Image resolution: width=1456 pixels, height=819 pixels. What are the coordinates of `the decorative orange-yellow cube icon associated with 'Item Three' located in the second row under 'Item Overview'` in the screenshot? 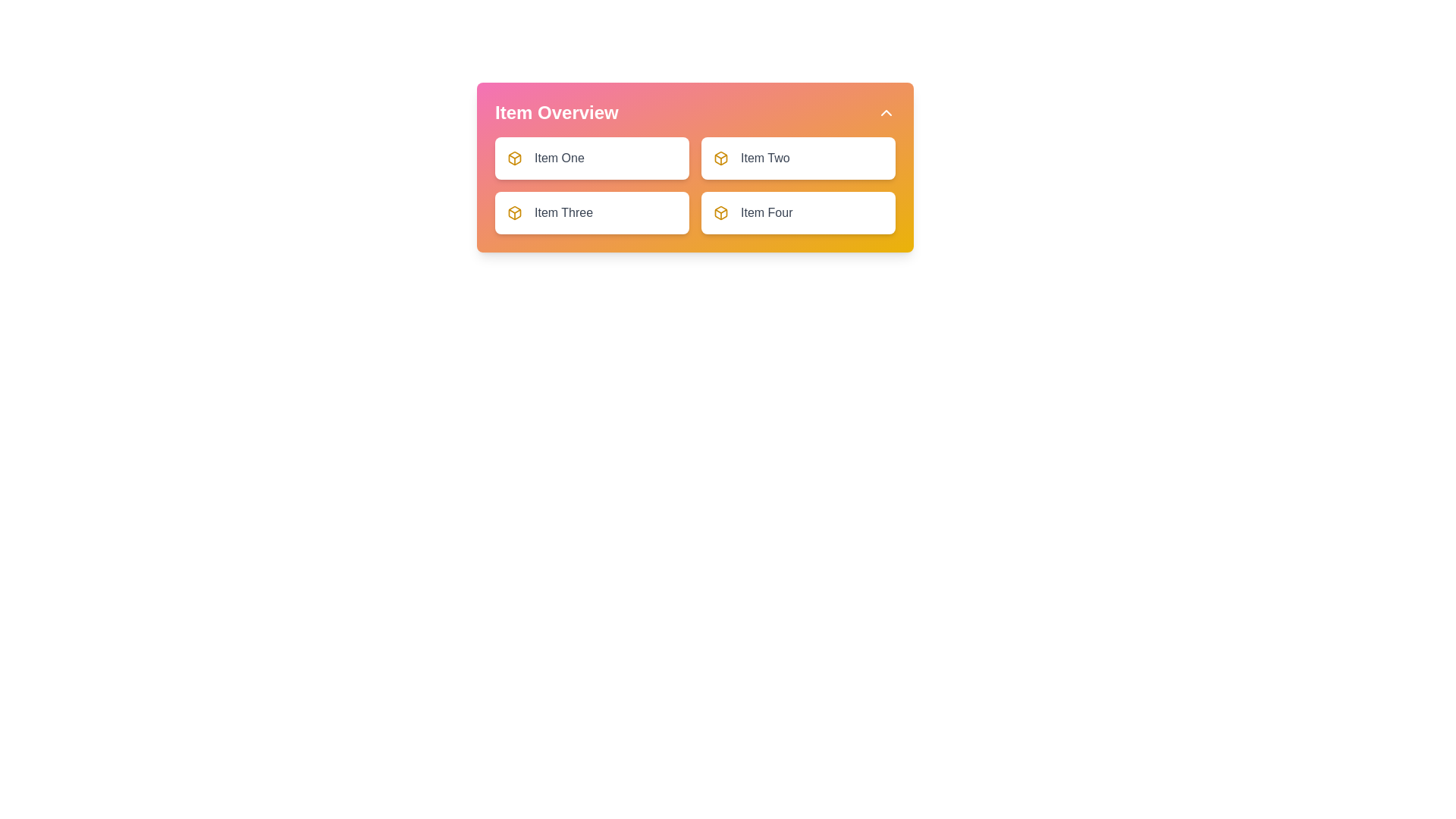 It's located at (514, 213).